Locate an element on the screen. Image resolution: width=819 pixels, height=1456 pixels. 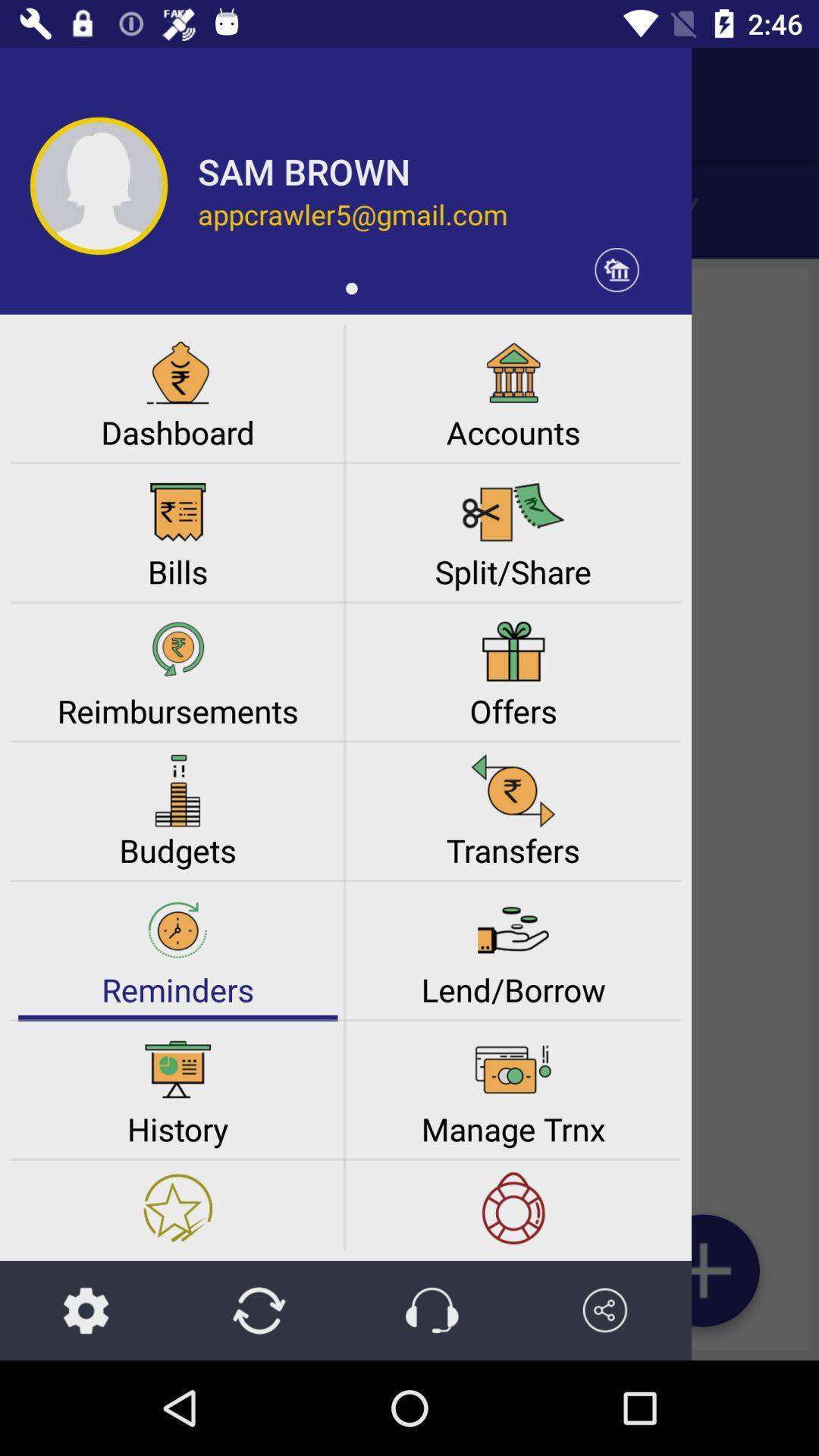
the add icon is located at coordinates (703, 1276).